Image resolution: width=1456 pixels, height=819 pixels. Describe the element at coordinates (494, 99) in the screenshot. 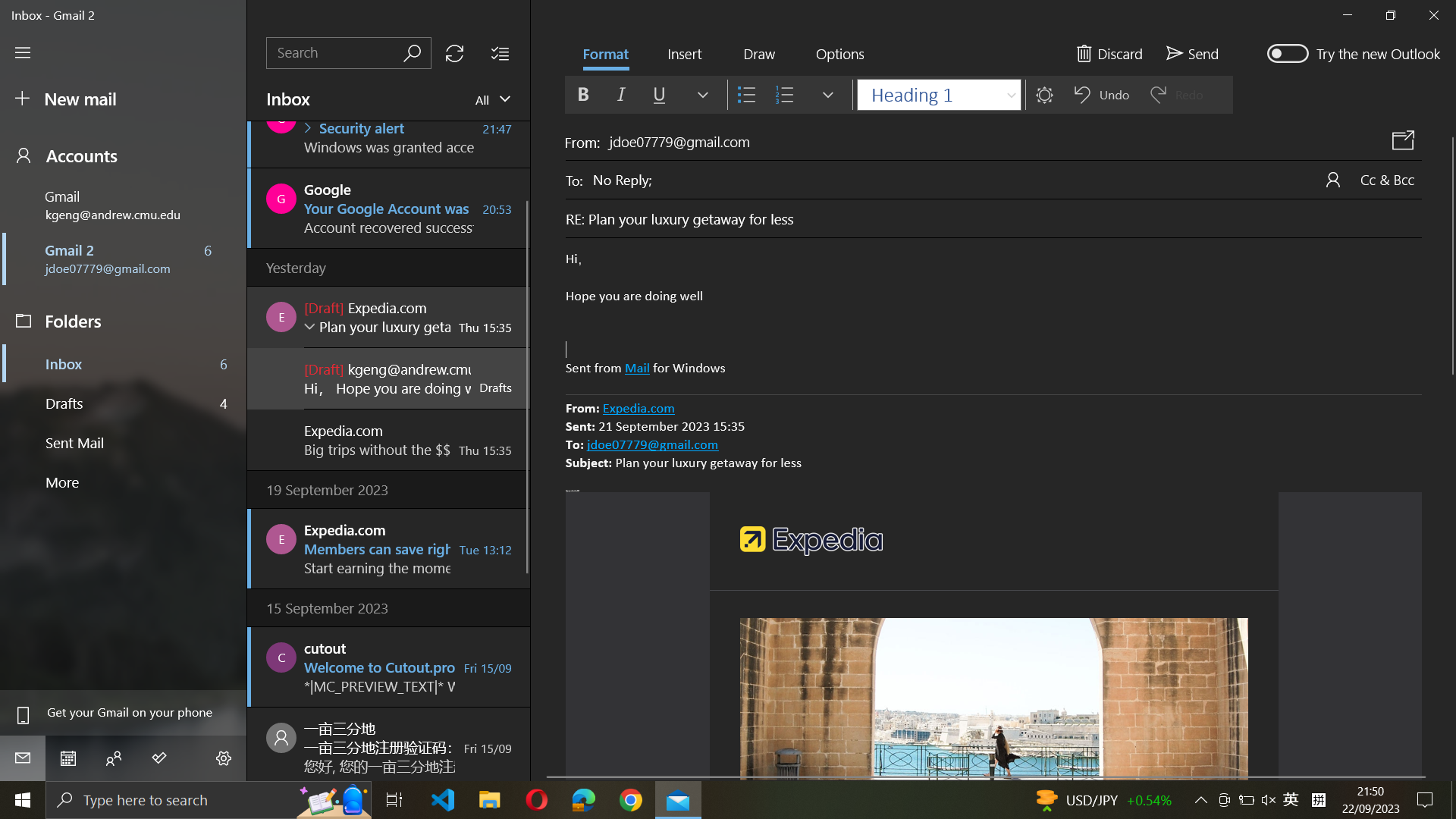

I see `Present all received mails in the inbox` at that location.